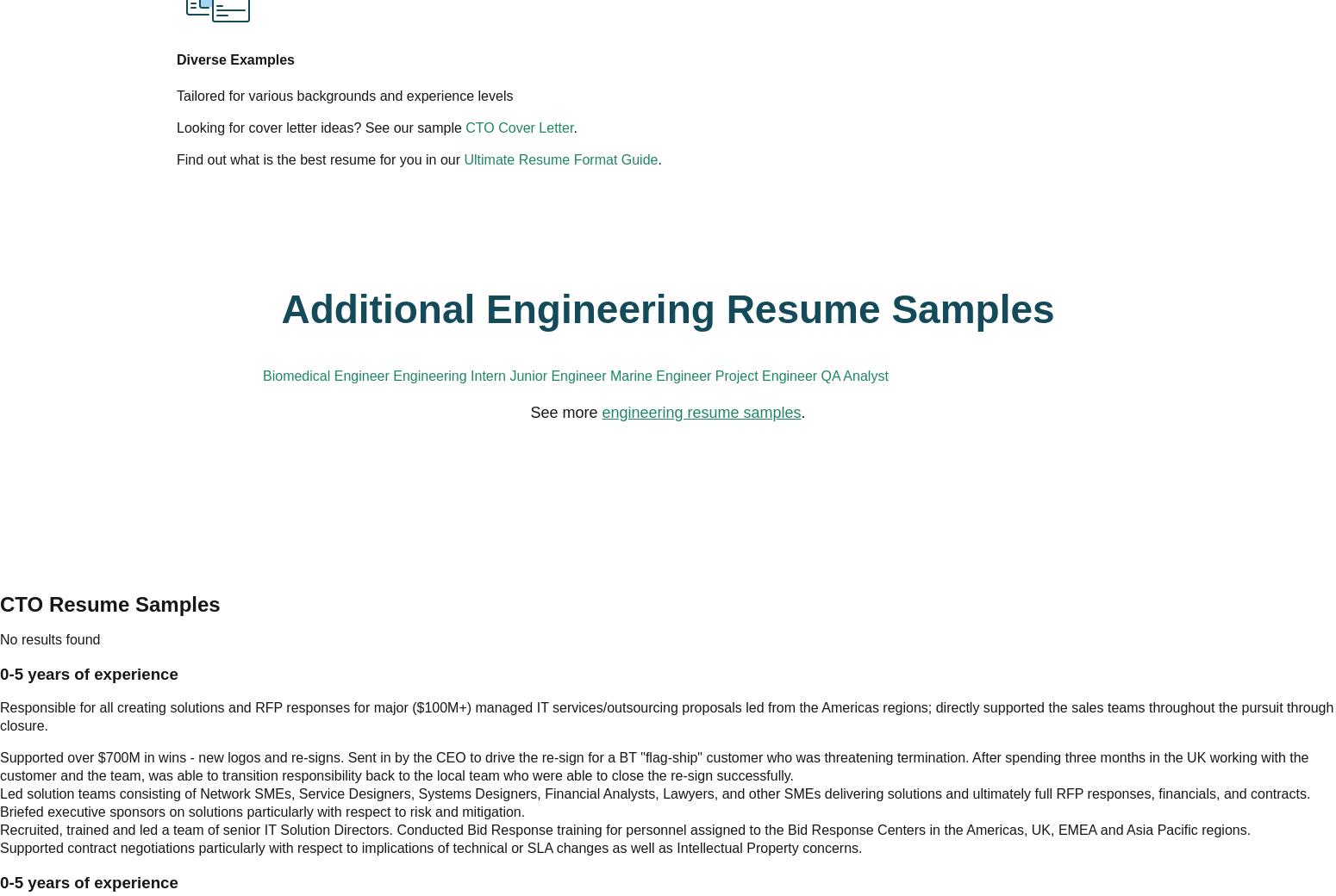  Describe the element at coordinates (915, 255) in the screenshot. I see `'Marine Engineer'` at that location.